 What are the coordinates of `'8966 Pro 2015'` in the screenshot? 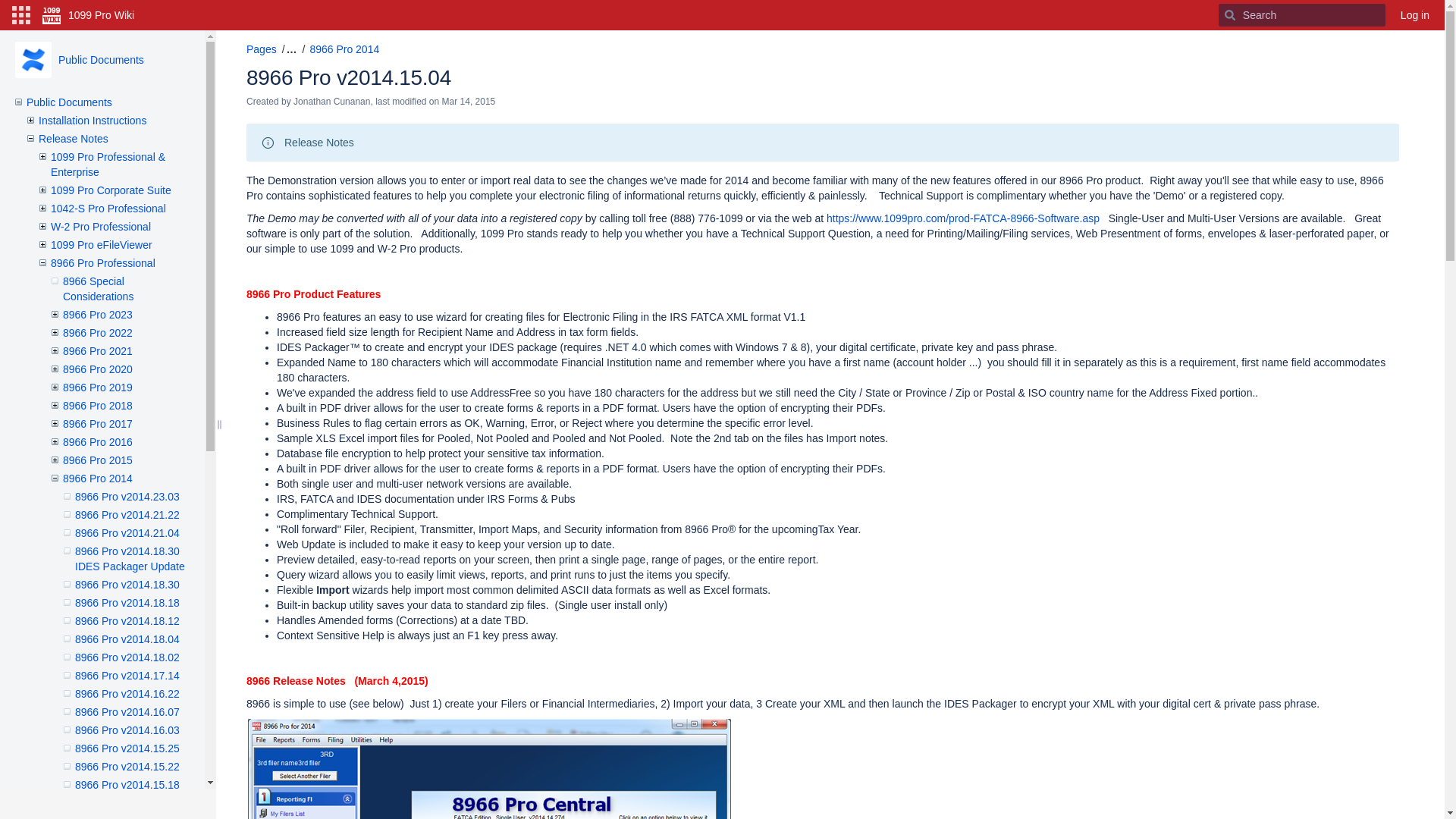 It's located at (97, 459).